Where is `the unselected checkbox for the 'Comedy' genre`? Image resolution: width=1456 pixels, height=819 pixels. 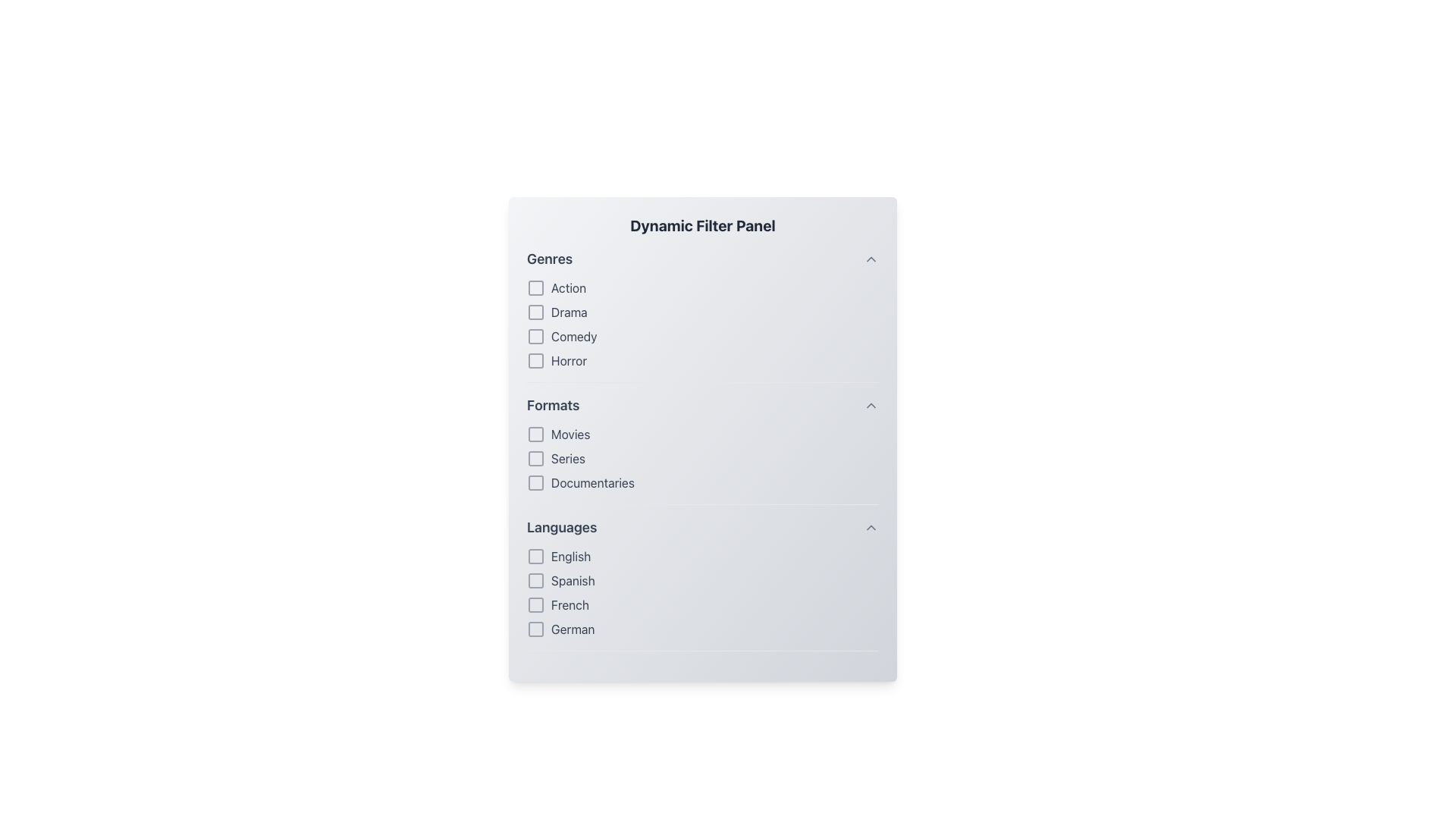
the unselected checkbox for the 'Comedy' genre is located at coordinates (535, 335).